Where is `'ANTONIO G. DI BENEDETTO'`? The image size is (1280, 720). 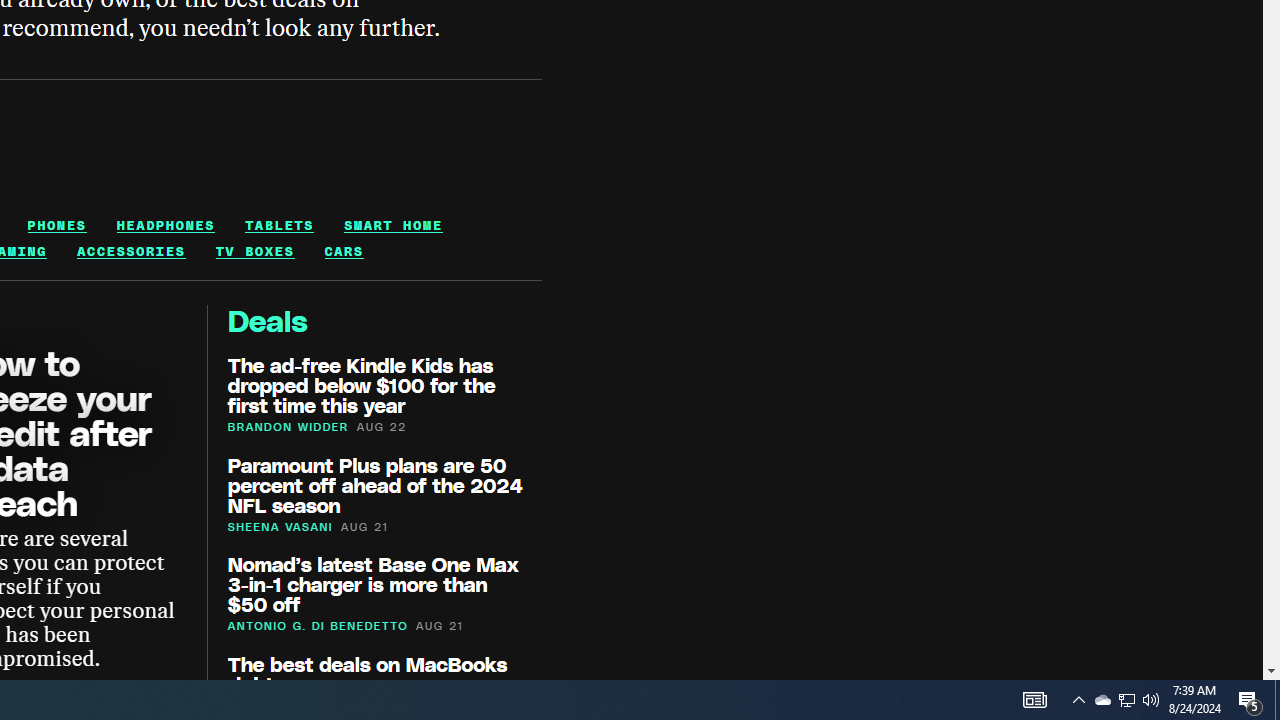 'ANTONIO G. DI BENEDETTO' is located at coordinates (317, 625).